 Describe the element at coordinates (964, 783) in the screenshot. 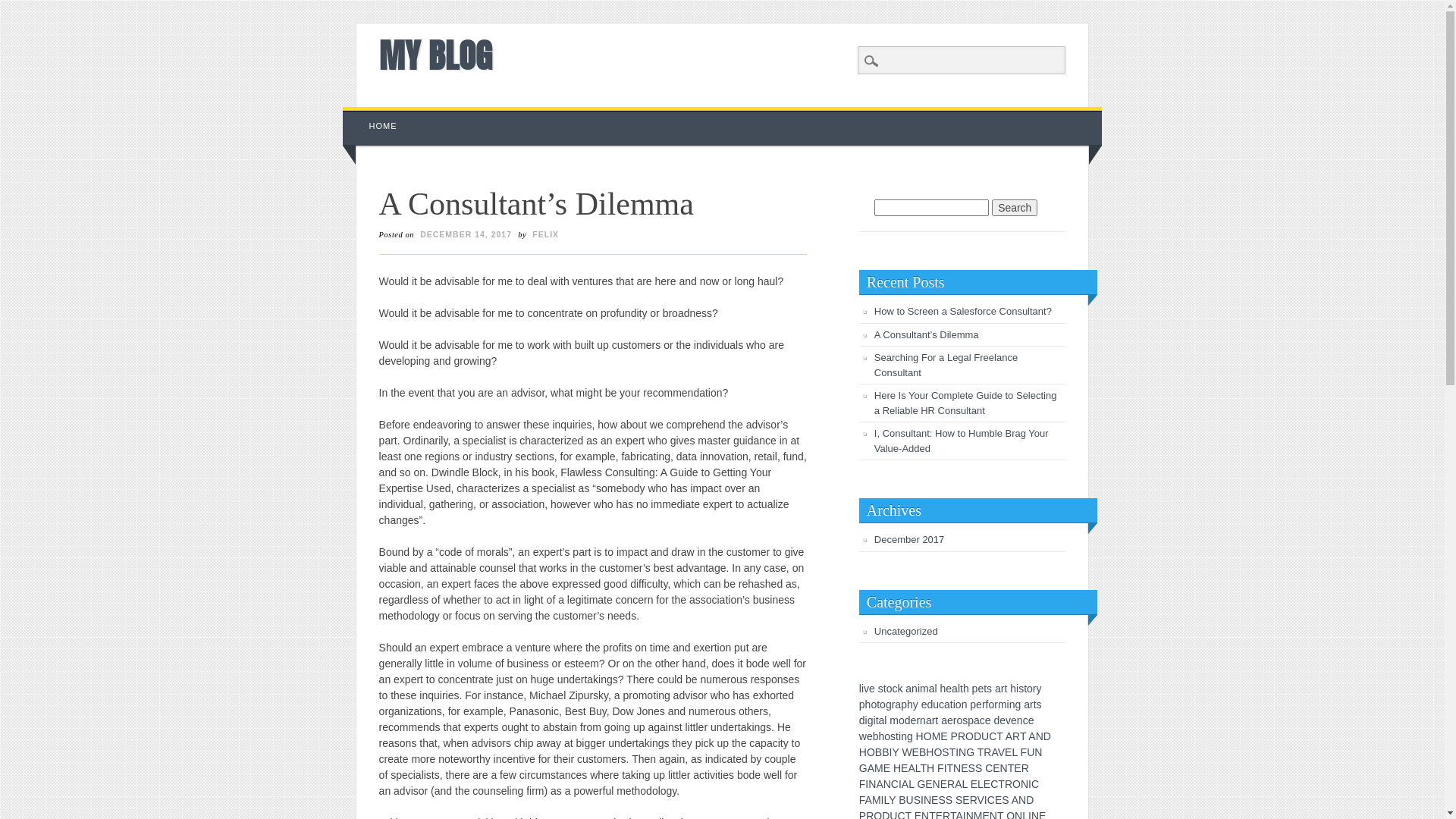

I see `'L'` at that location.